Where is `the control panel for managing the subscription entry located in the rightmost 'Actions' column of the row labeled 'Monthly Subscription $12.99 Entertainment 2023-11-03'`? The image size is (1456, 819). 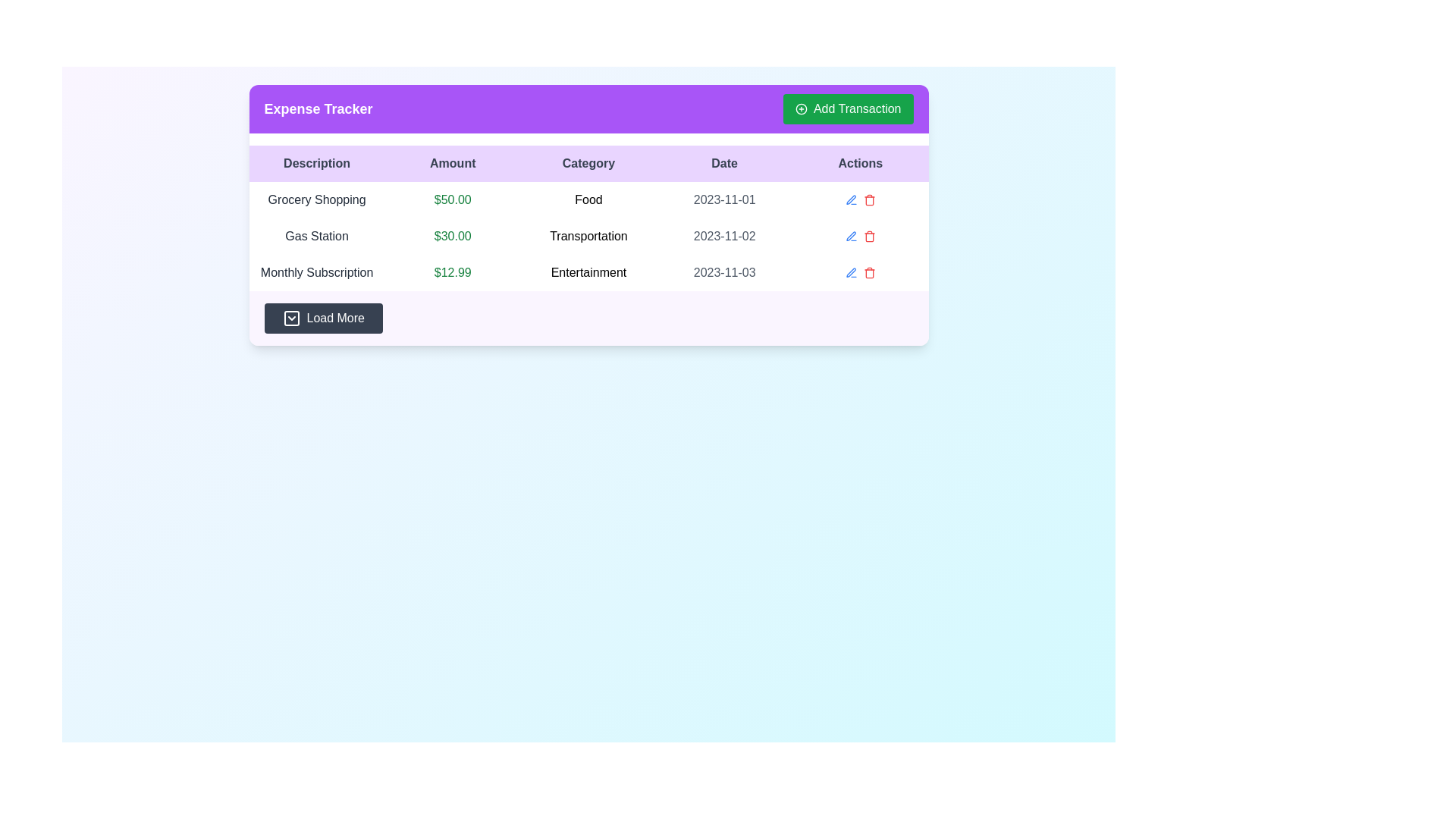
the control panel for managing the subscription entry located in the rightmost 'Actions' column of the row labeled 'Monthly Subscription $12.99 Entertainment 2023-11-03' is located at coordinates (860, 271).